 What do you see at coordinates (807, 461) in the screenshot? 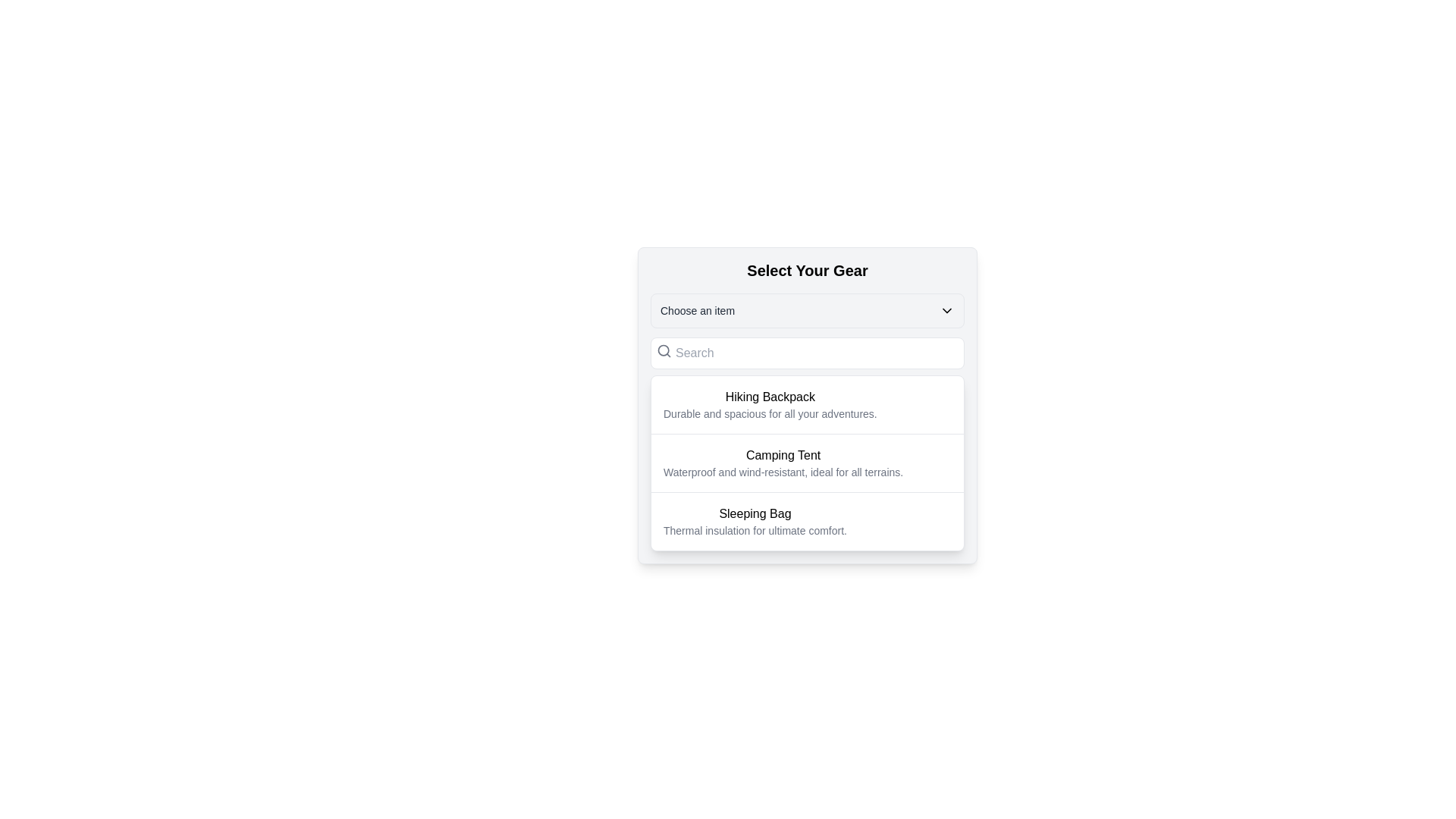
I see `the description of the text component titled 'Camping Tent' with a subtitle about its features, located within a selectable card` at bounding box center [807, 461].